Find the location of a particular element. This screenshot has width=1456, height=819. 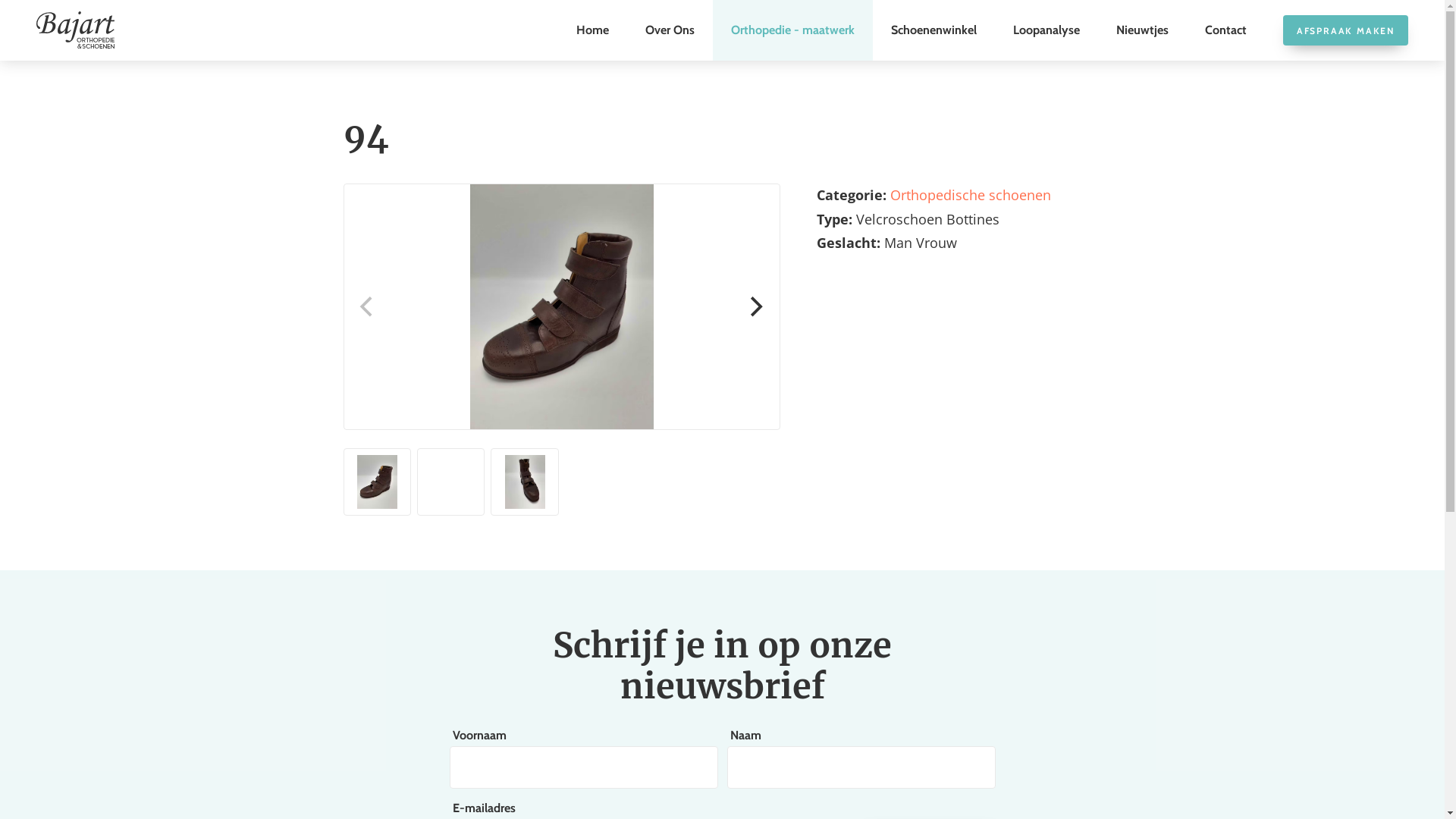

'Contact' is located at coordinates (1225, 30).